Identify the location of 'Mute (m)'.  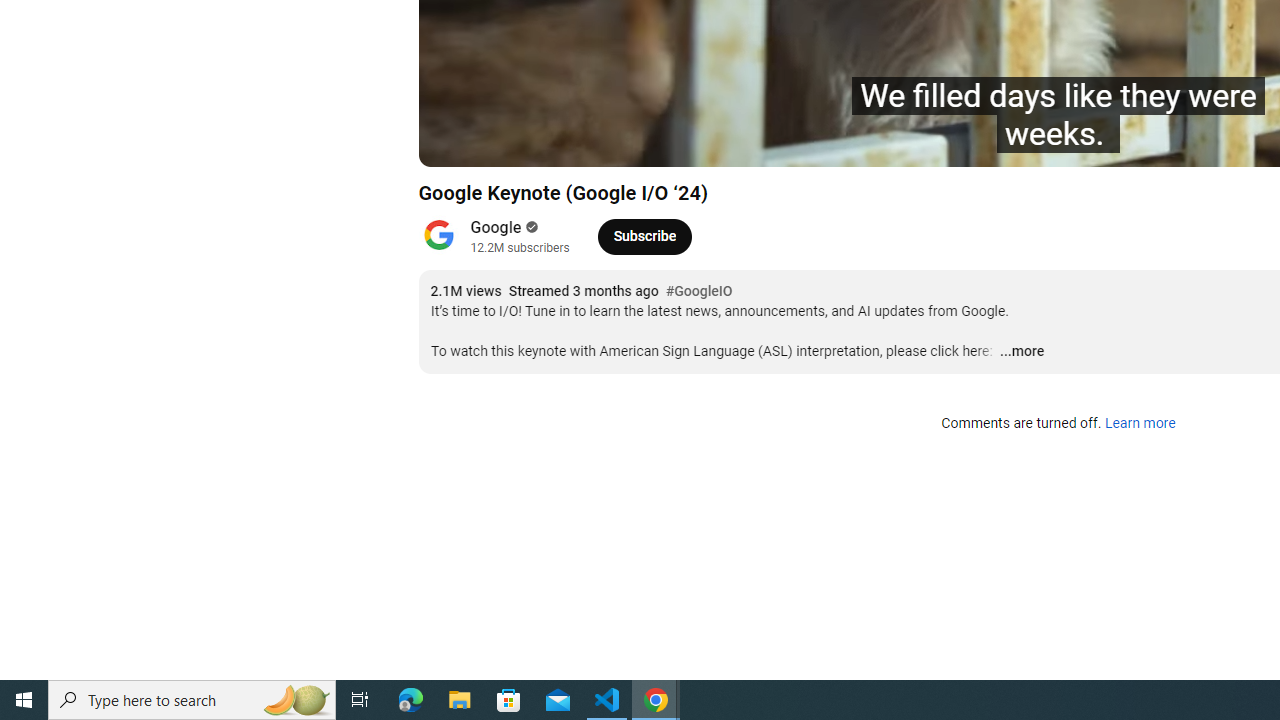
(548, 141).